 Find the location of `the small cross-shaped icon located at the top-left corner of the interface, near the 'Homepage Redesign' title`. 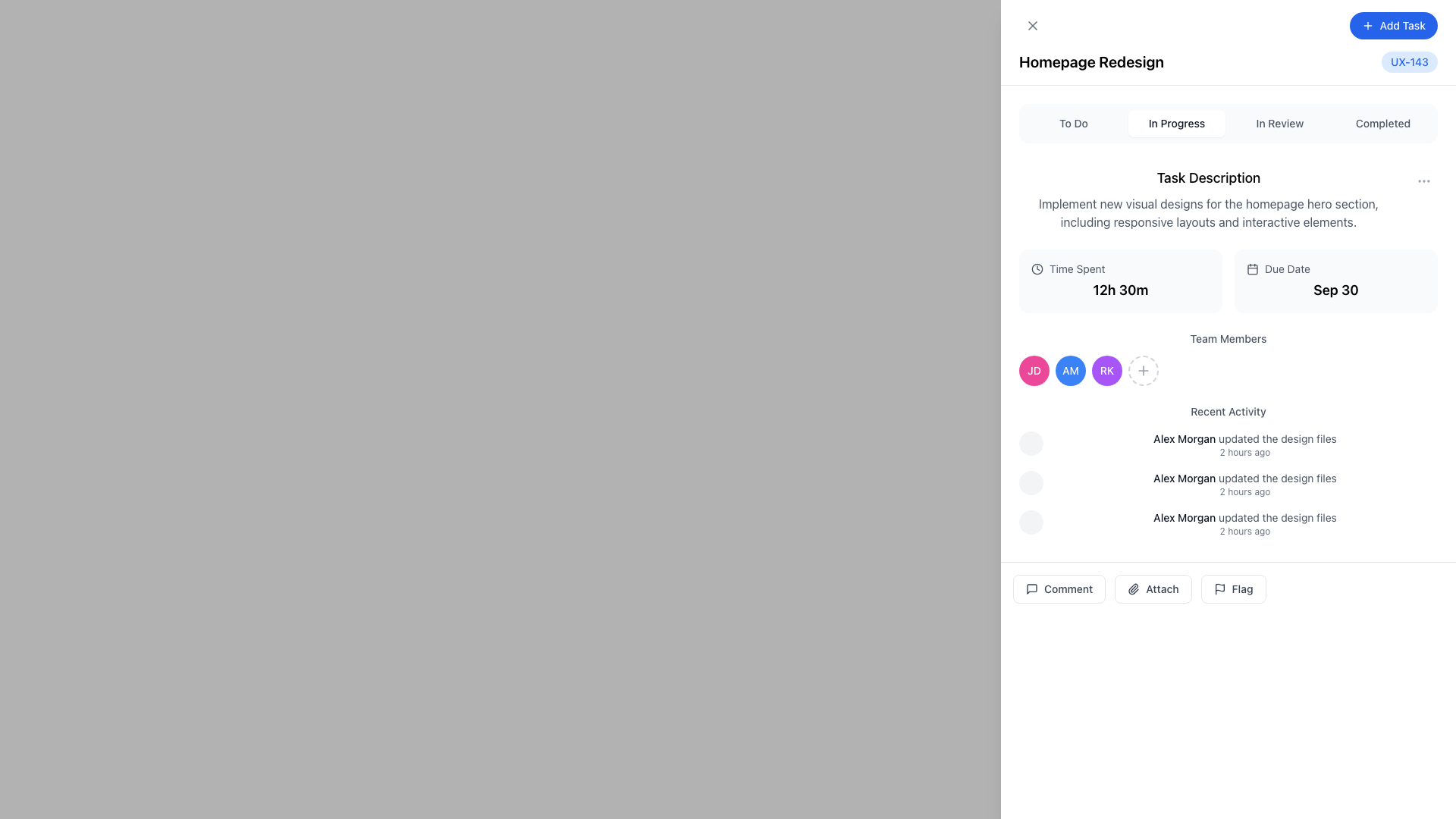

the small cross-shaped icon located at the top-left corner of the interface, near the 'Homepage Redesign' title is located at coordinates (1032, 26).